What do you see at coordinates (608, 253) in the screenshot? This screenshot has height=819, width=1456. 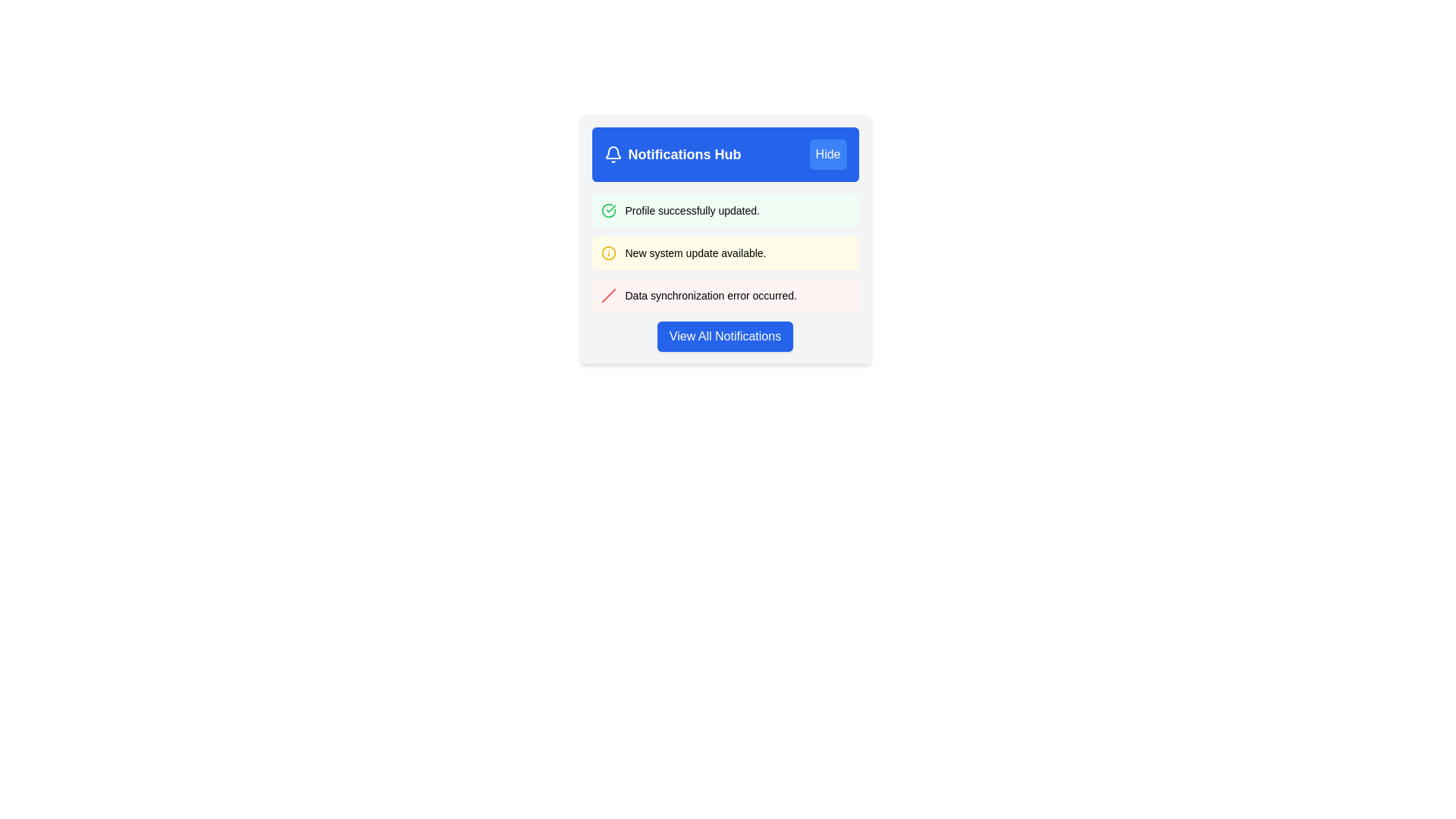 I see `the visual effect of the yellow circular outline decorative element within the info icon located on the left side of the Notifications Hub title bar` at bounding box center [608, 253].